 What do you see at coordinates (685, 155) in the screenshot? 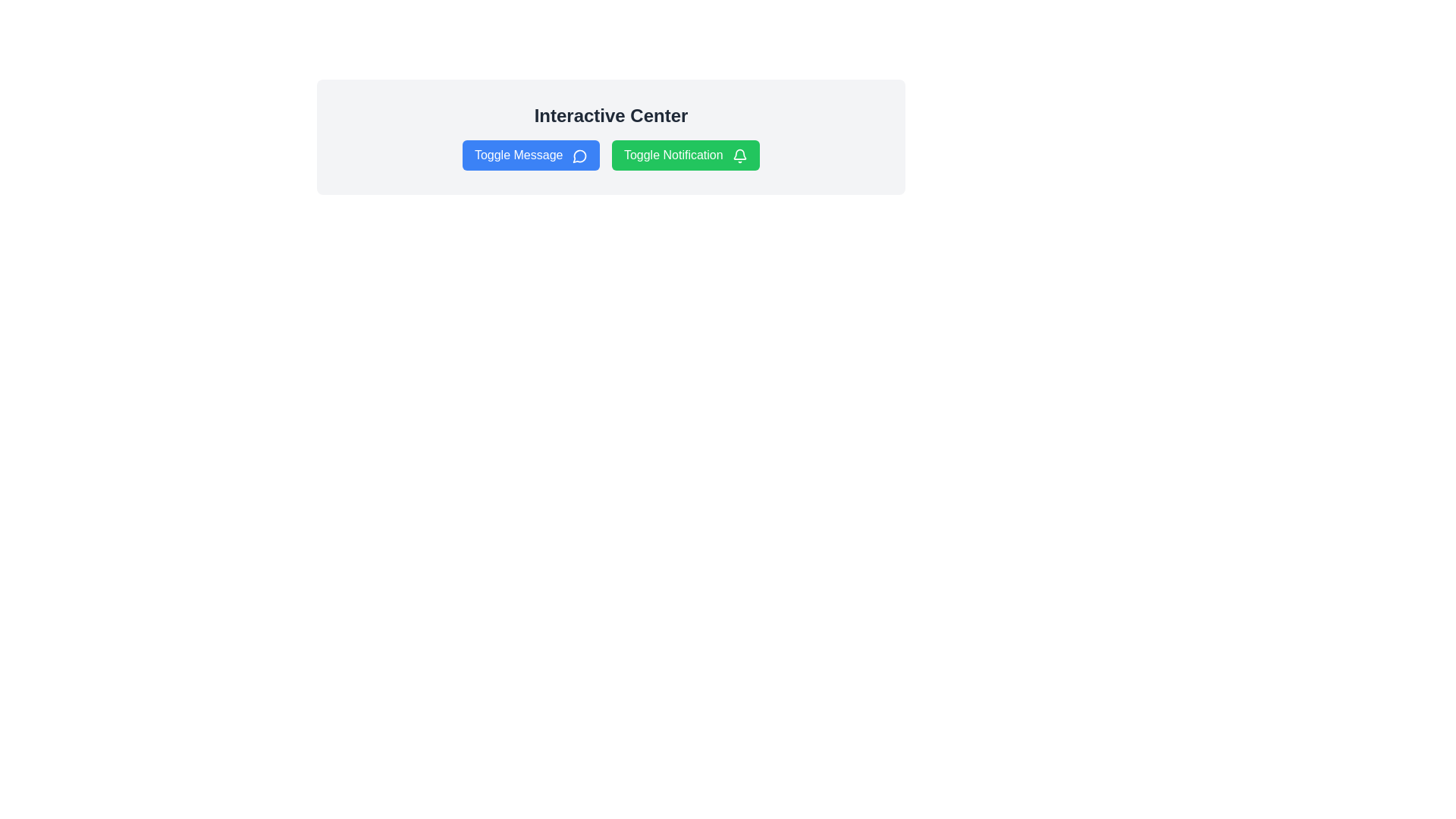
I see `the 'Toggle Notification' button, which is a rectangular button with rounded corners, a green background, and white text, to trigger the hover effect that darkens the background color` at bounding box center [685, 155].